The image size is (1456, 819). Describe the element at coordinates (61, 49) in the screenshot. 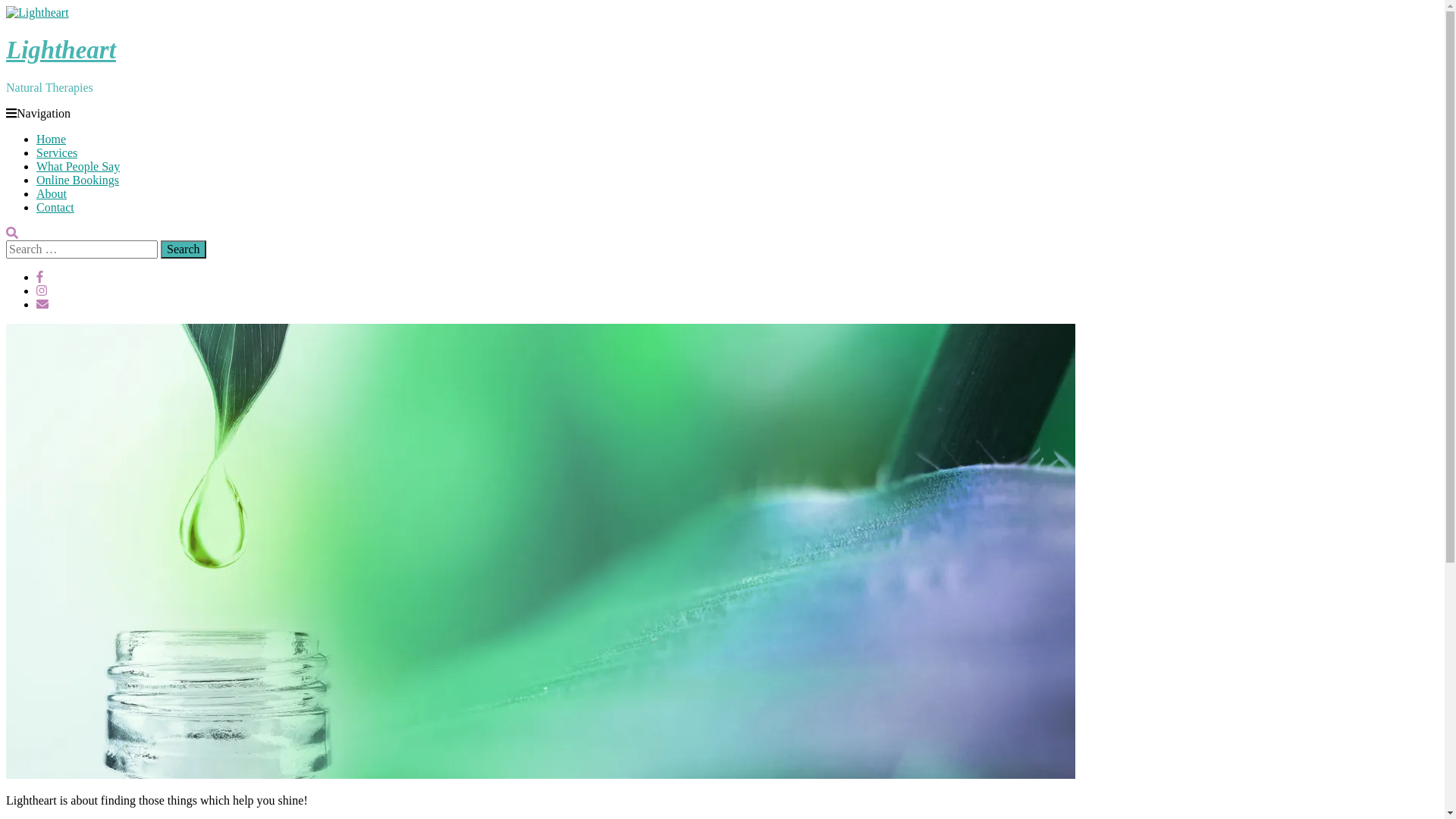

I see `'Lightheart'` at that location.